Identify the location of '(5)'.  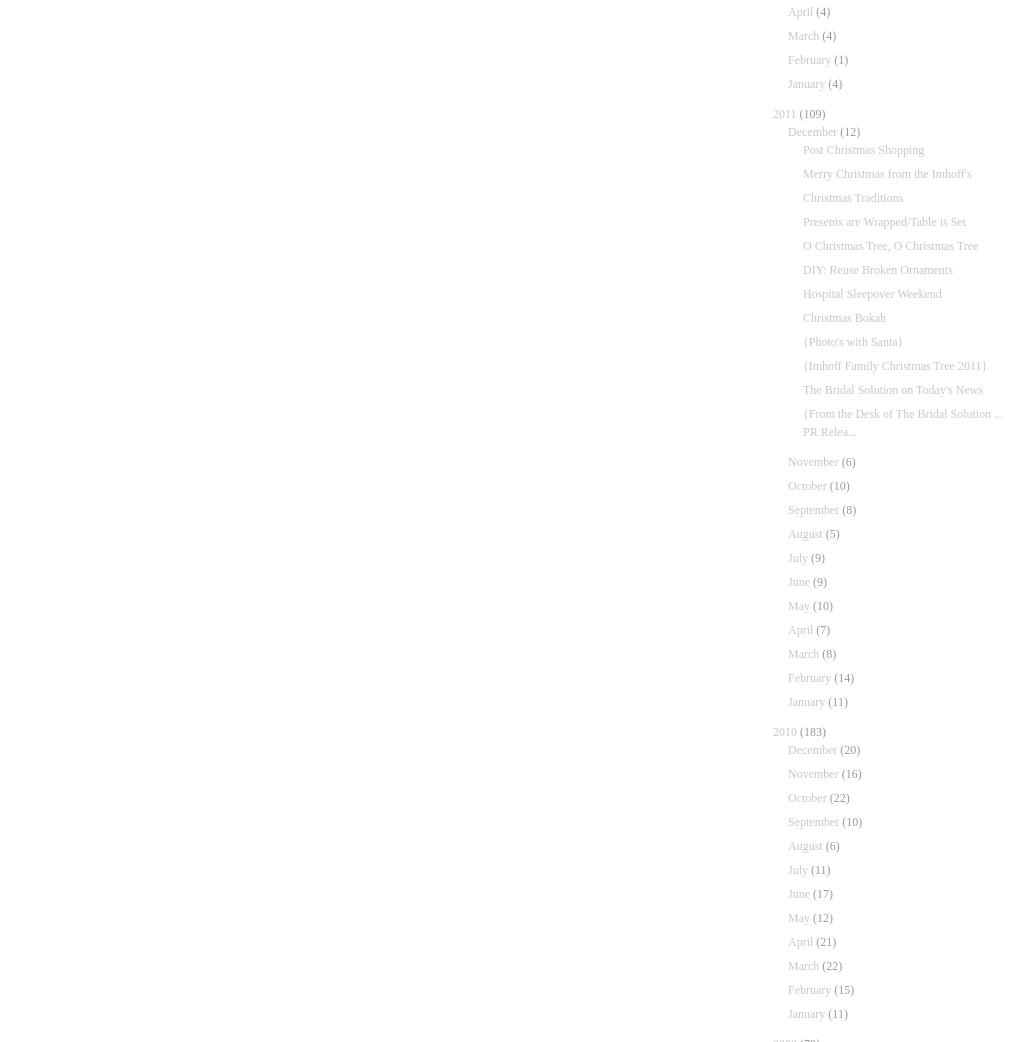
(831, 533).